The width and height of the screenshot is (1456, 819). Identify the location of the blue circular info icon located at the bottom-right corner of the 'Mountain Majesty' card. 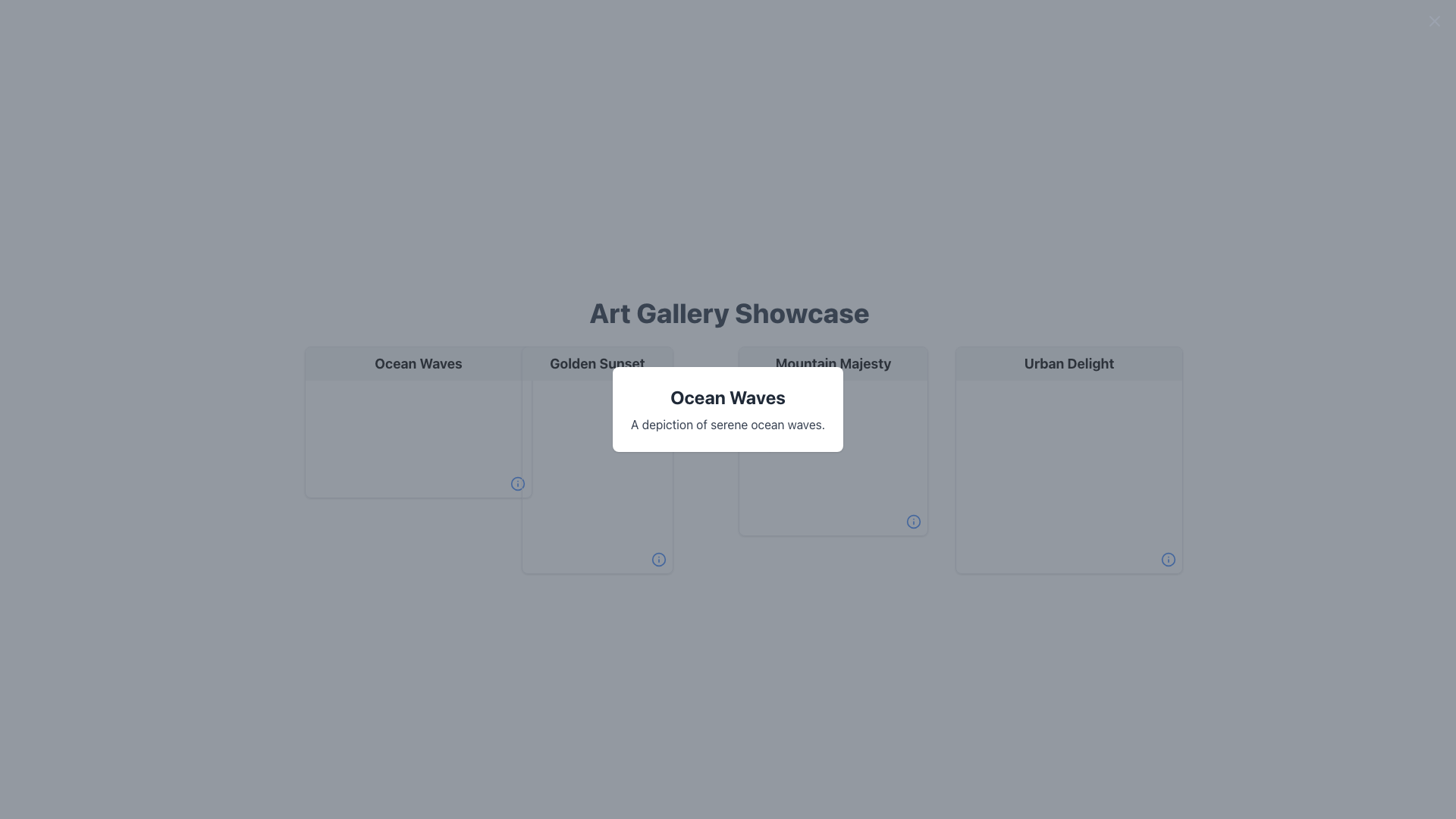
(912, 520).